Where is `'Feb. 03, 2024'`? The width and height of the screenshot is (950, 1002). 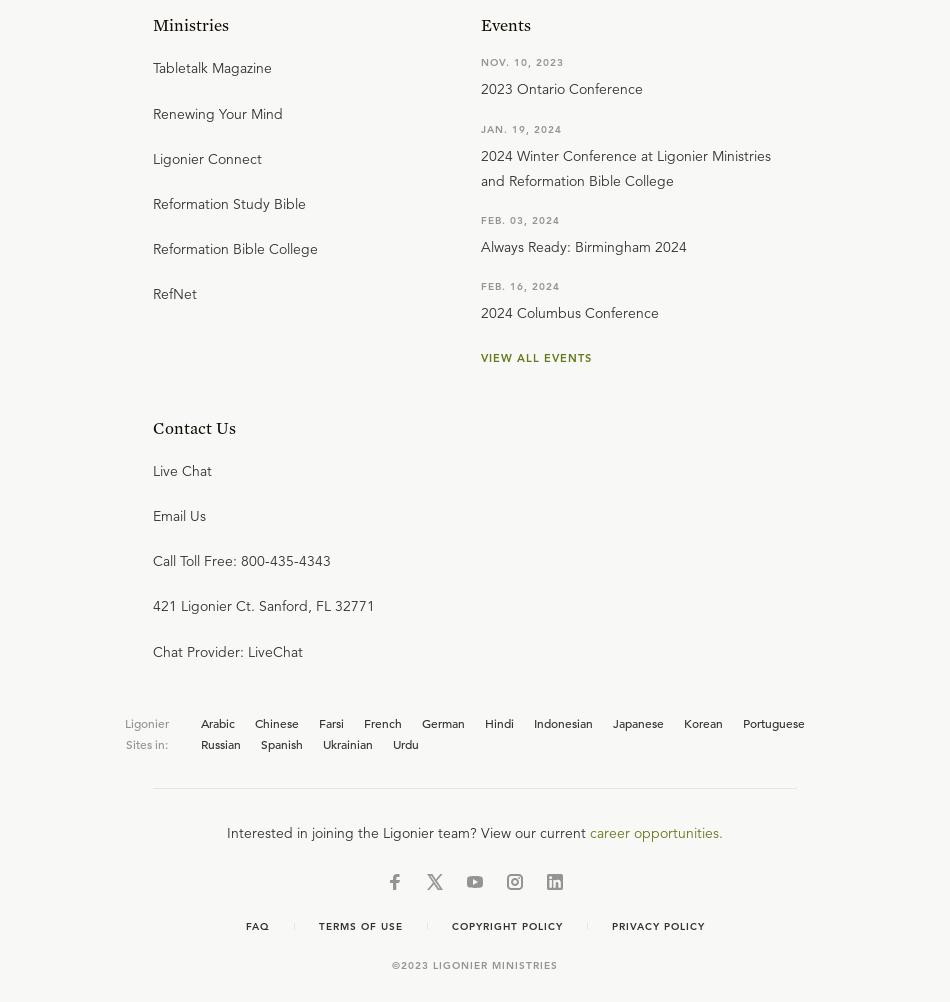 'Feb. 03, 2024' is located at coordinates (520, 219).